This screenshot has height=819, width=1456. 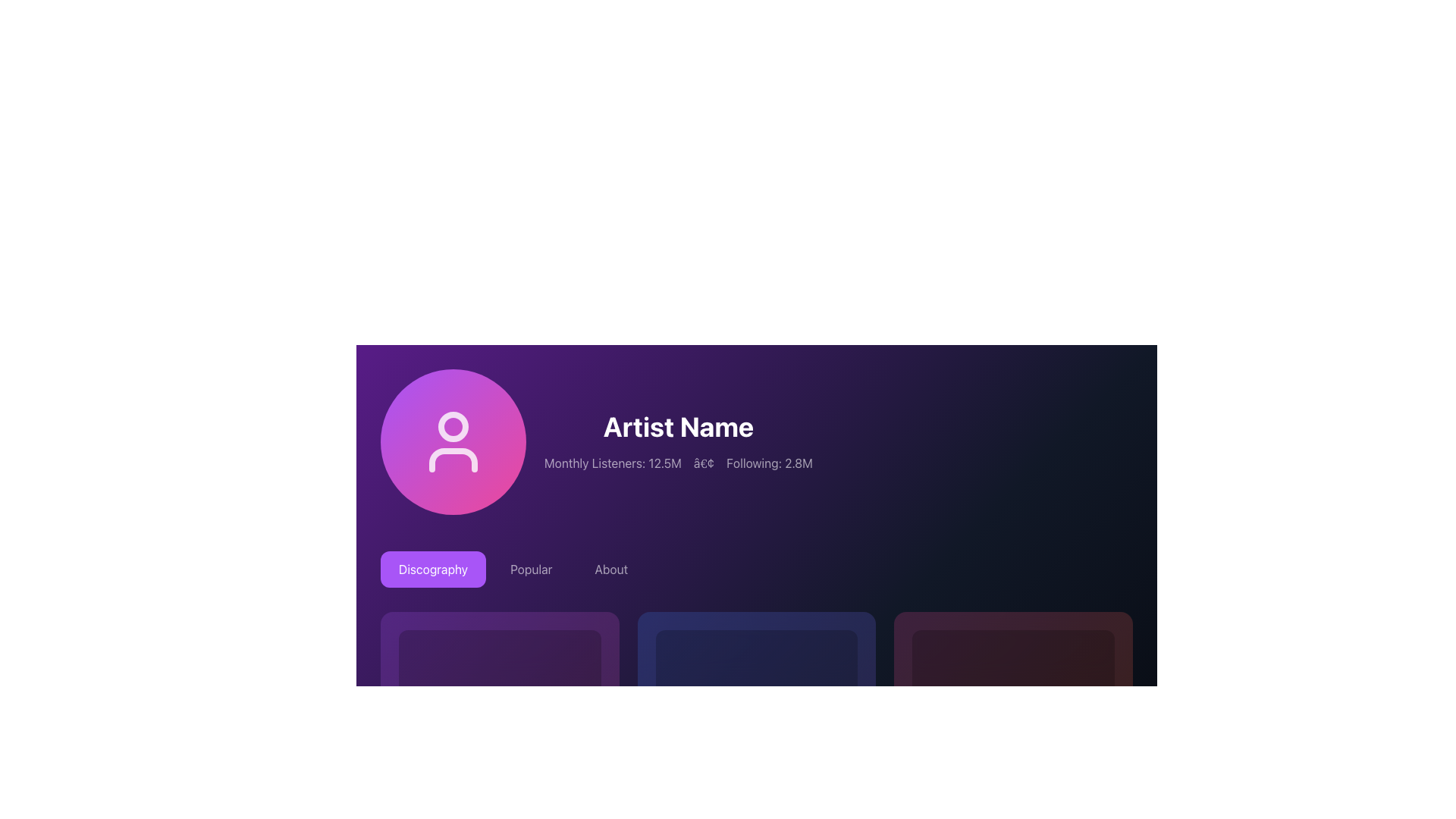 I want to click on the 'Discography' button using keyboard navigation, so click(x=432, y=570).